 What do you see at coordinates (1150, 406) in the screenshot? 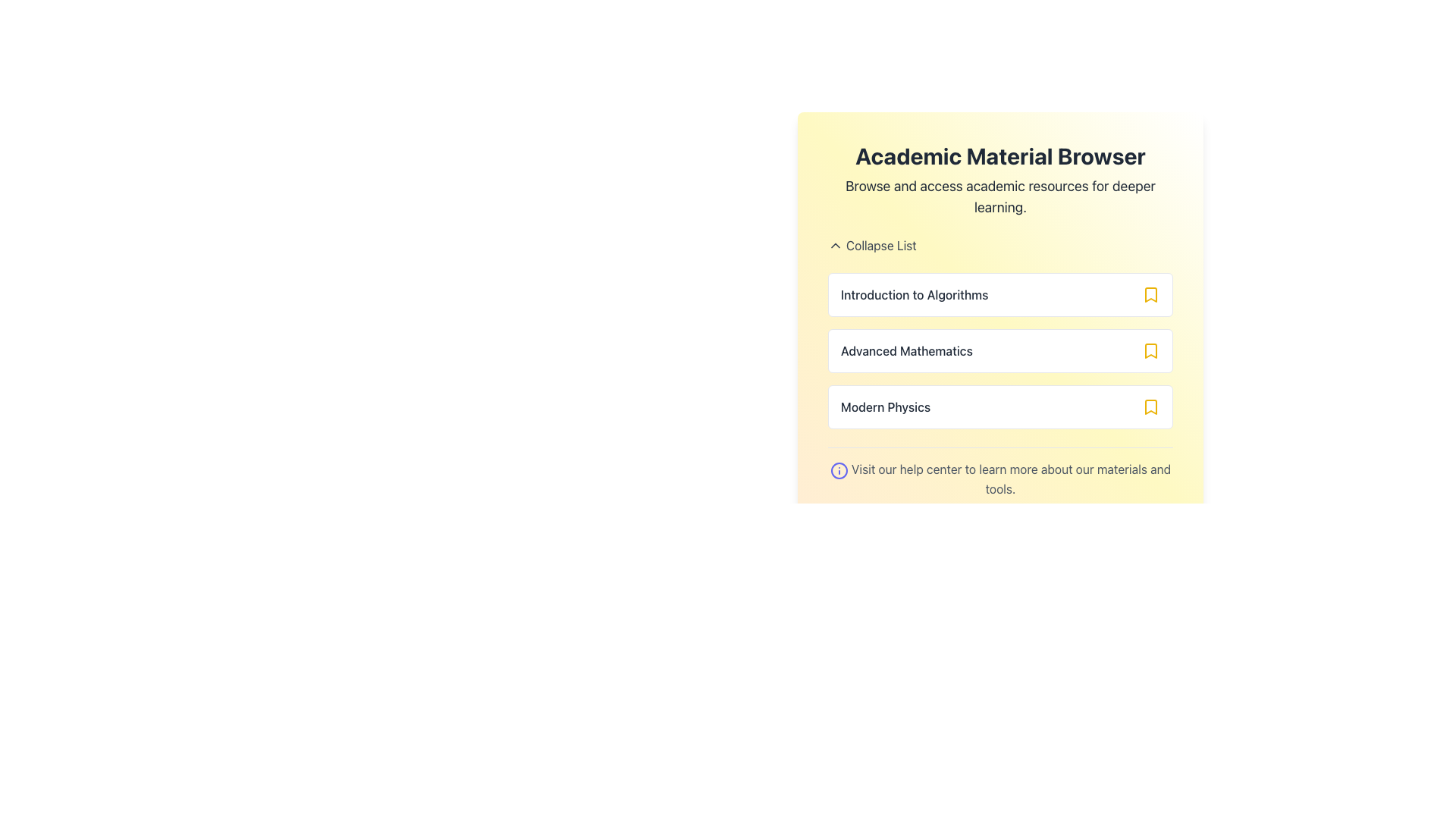
I see `the bookmark icon, which is a yellow-stroked page marker shape located next to the 'Modern Physics' text` at bounding box center [1150, 406].